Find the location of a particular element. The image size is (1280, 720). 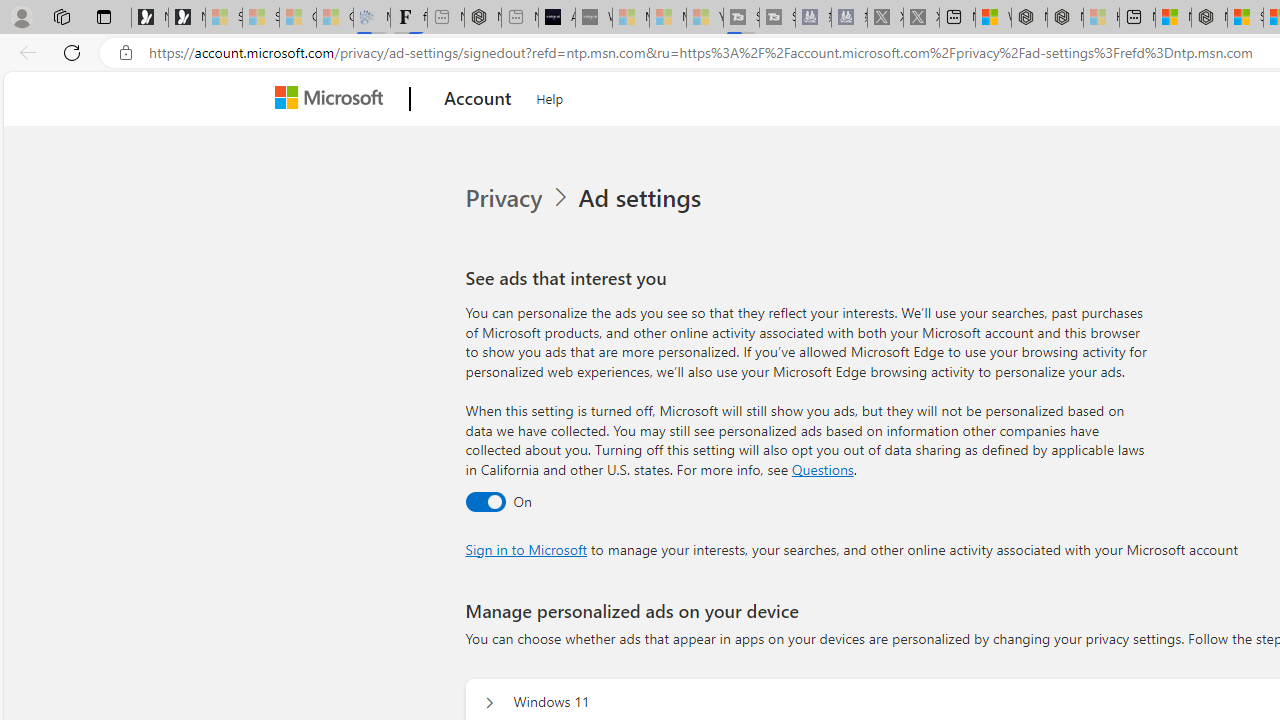

'Streaming Coverage | T3 - Sleeping' is located at coordinates (740, 17).